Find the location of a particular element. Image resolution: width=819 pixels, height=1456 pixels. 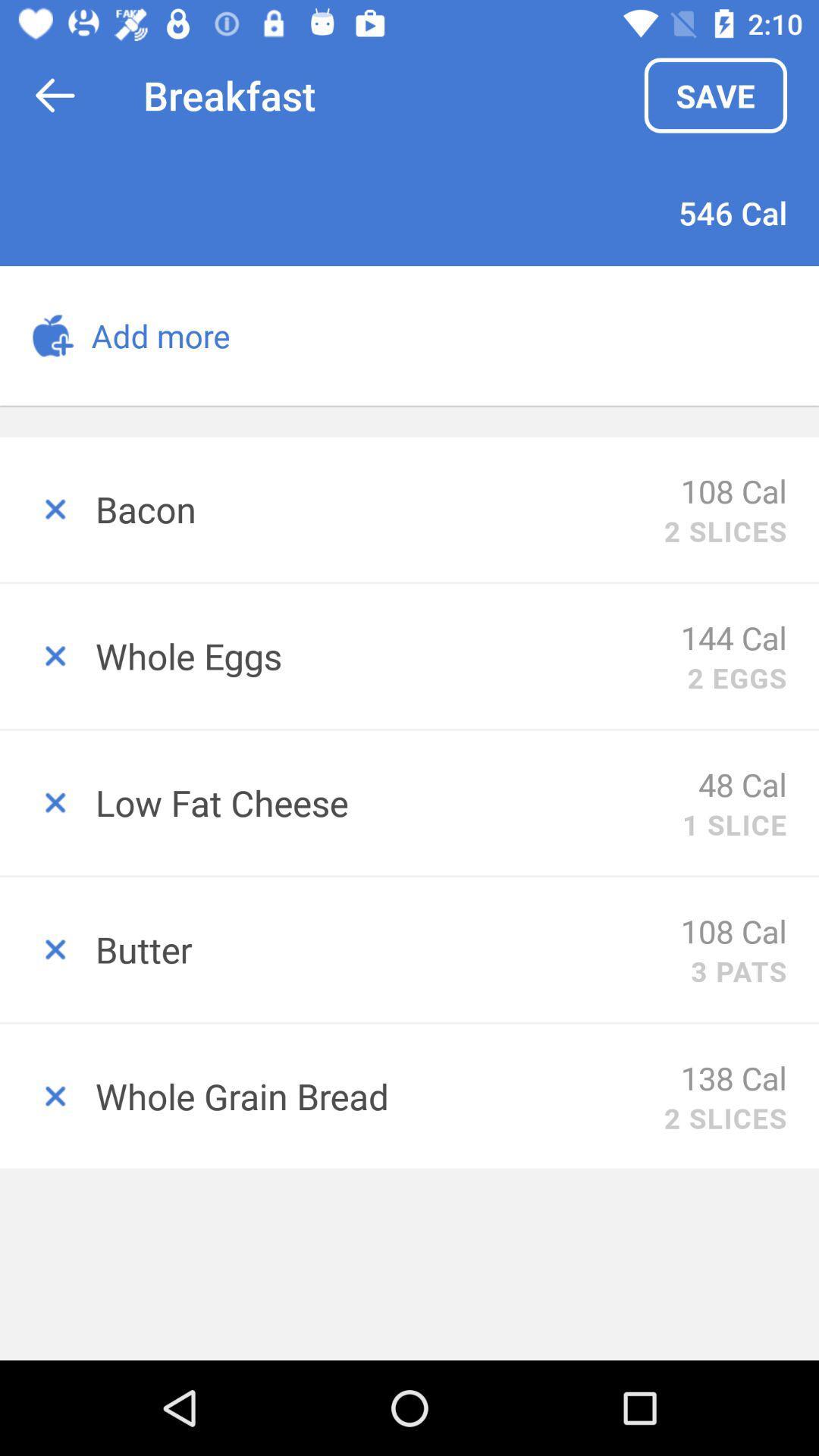

whole eggs icon is located at coordinates (387, 656).